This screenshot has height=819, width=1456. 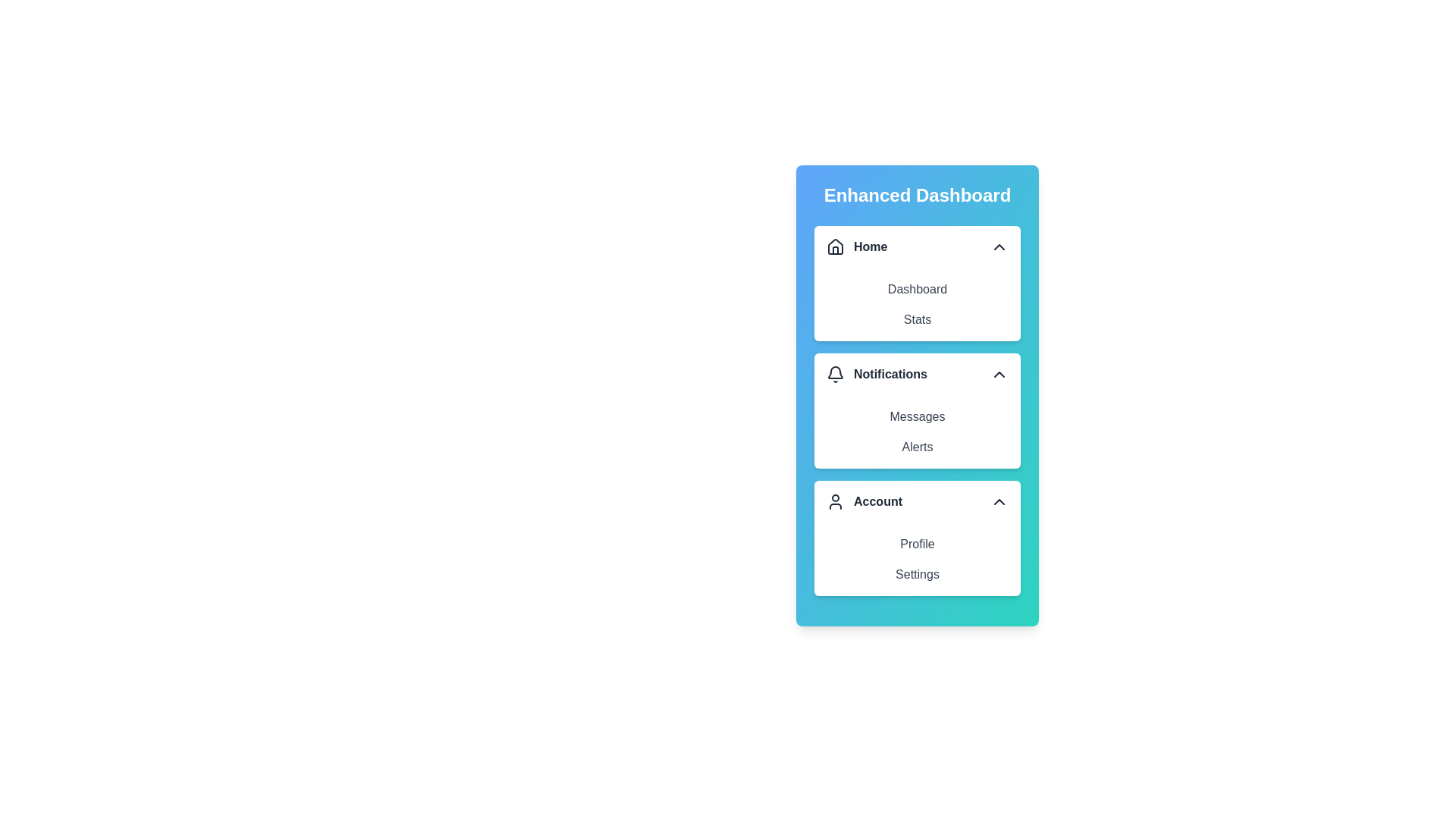 I want to click on the menu item Alerts from the expanded section, so click(x=916, y=447).